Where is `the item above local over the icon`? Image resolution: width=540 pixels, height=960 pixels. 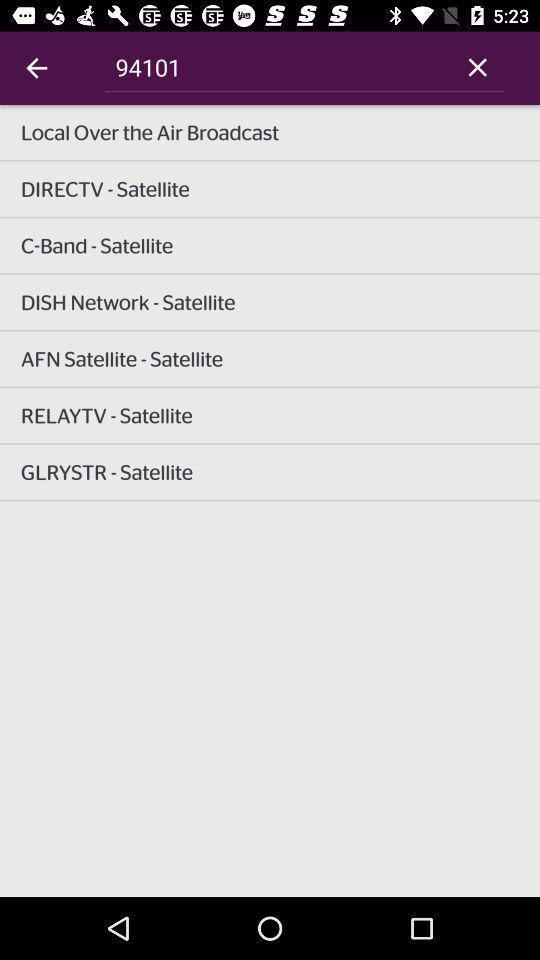
the item above local over the icon is located at coordinates (476, 67).